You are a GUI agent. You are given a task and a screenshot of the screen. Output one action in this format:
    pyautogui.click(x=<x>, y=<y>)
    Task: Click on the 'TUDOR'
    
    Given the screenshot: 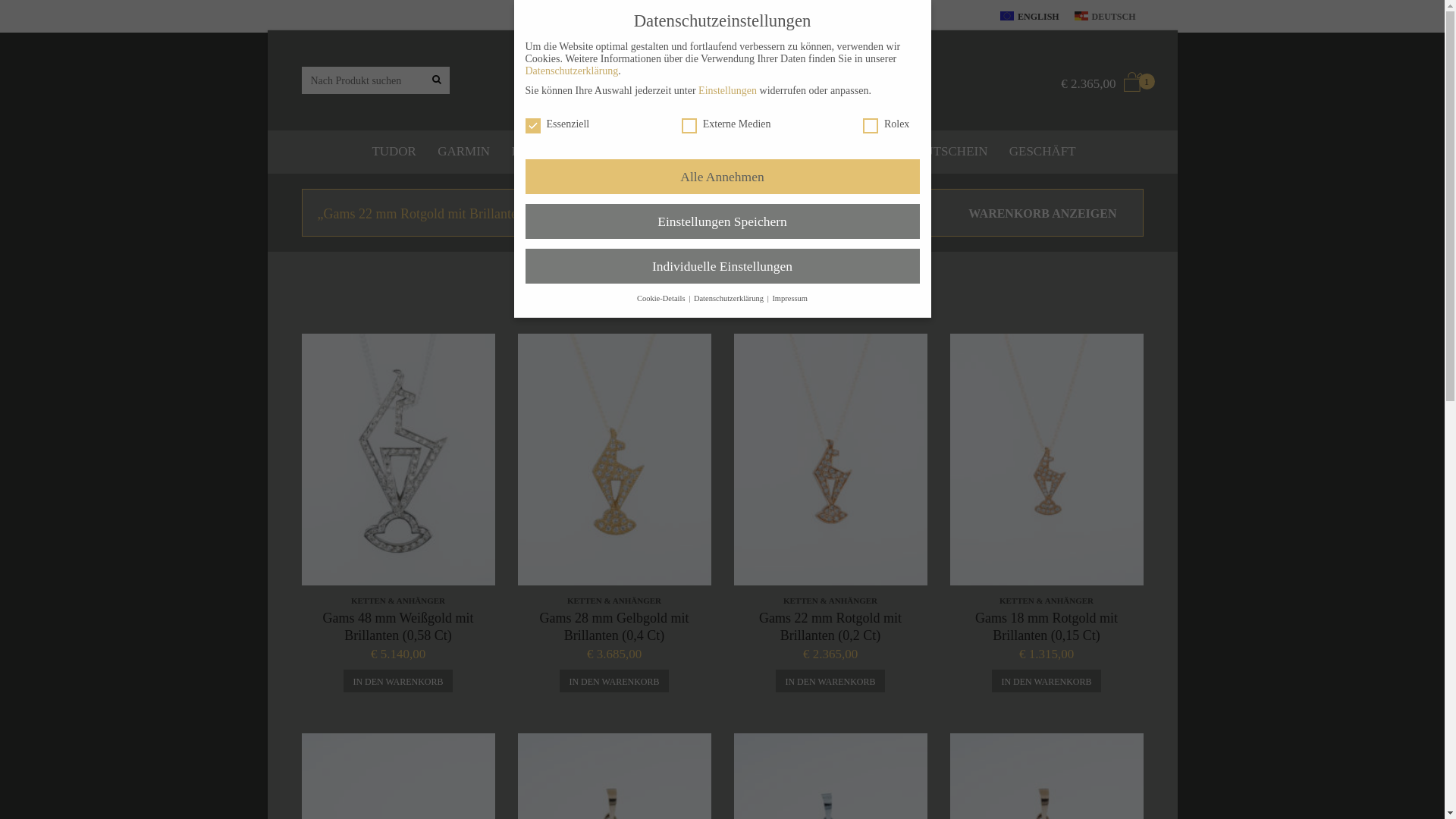 What is the action you would take?
    pyautogui.click(x=371, y=151)
    